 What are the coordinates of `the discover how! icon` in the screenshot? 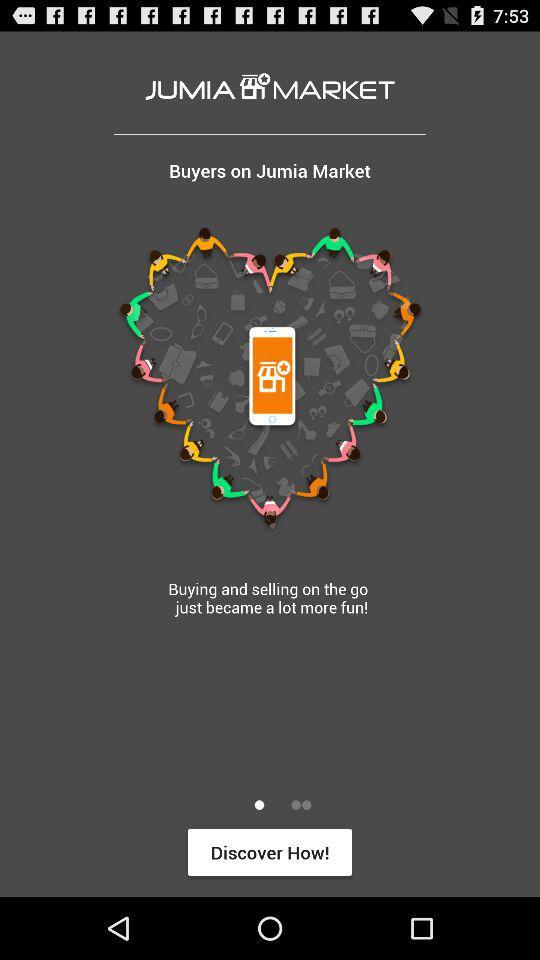 It's located at (270, 851).